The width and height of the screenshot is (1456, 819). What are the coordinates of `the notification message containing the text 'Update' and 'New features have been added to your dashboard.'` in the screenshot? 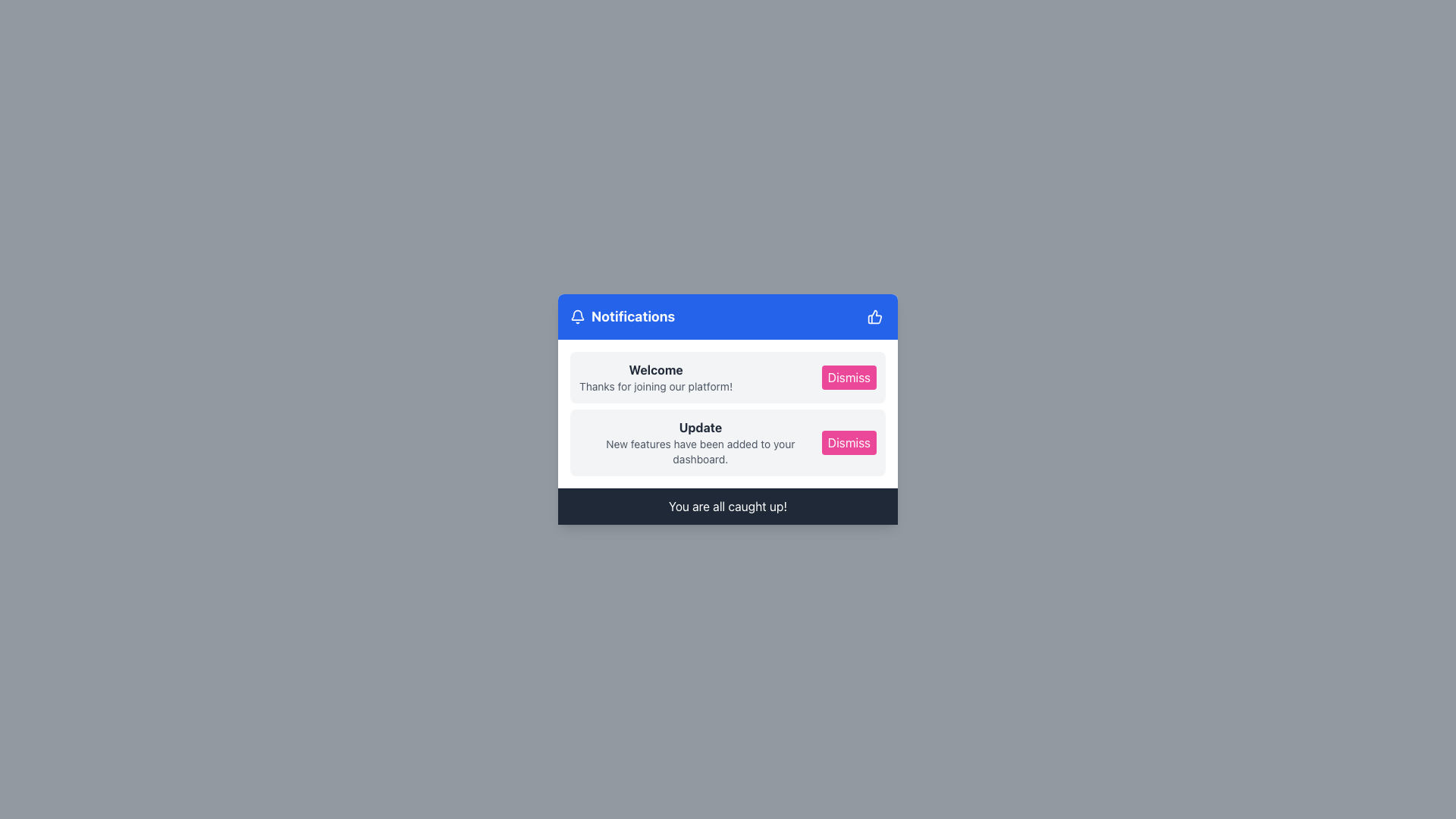 It's located at (699, 442).